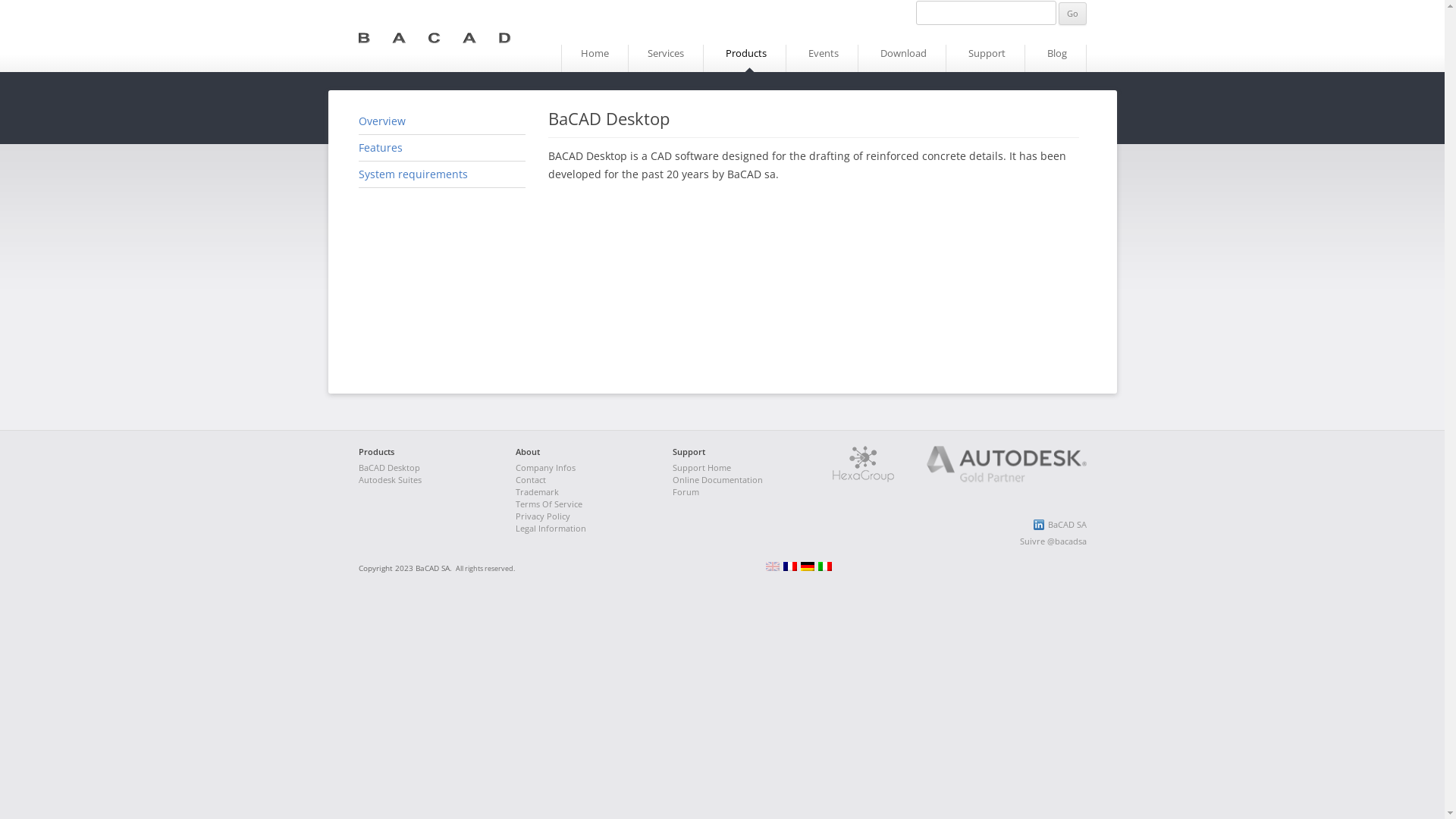  I want to click on 'Autodesk Suites', so click(356, 479).